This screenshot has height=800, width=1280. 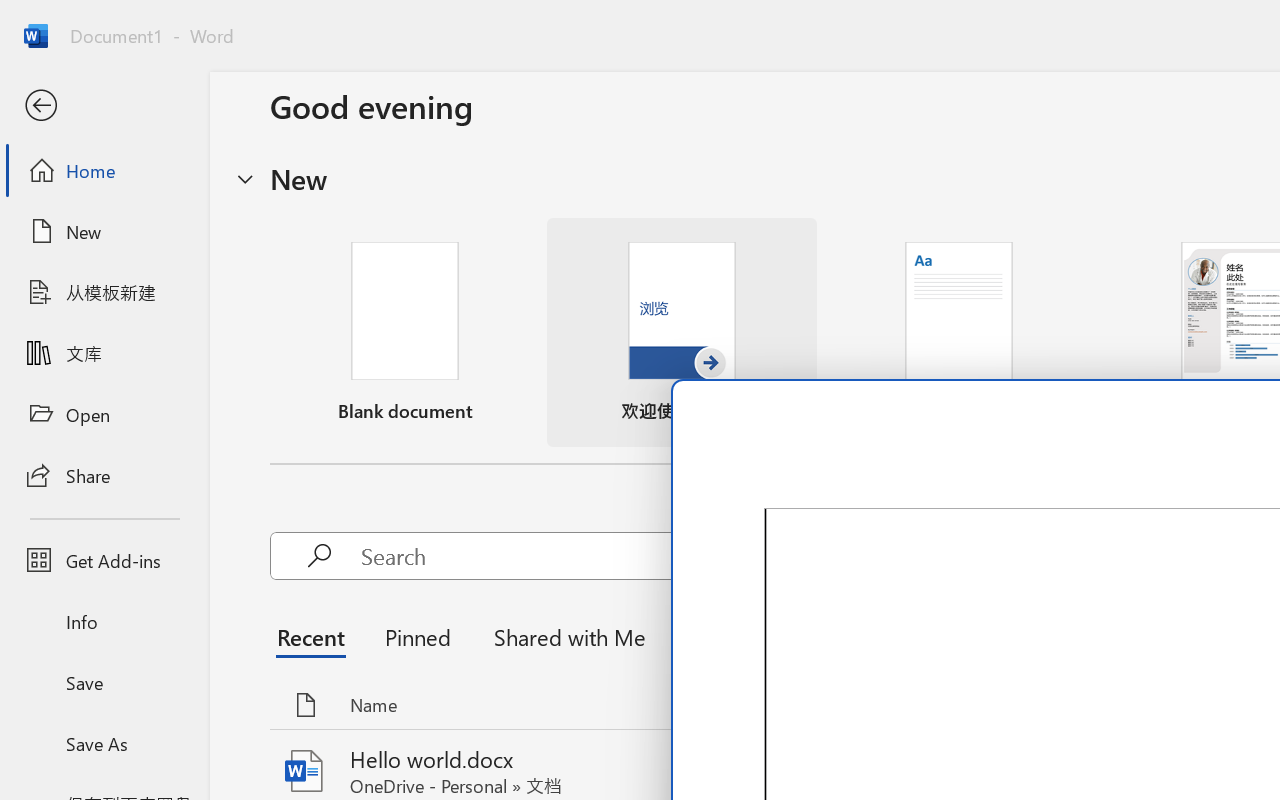 I want to click on 'Shared with Me', so click(x=562, y=635).